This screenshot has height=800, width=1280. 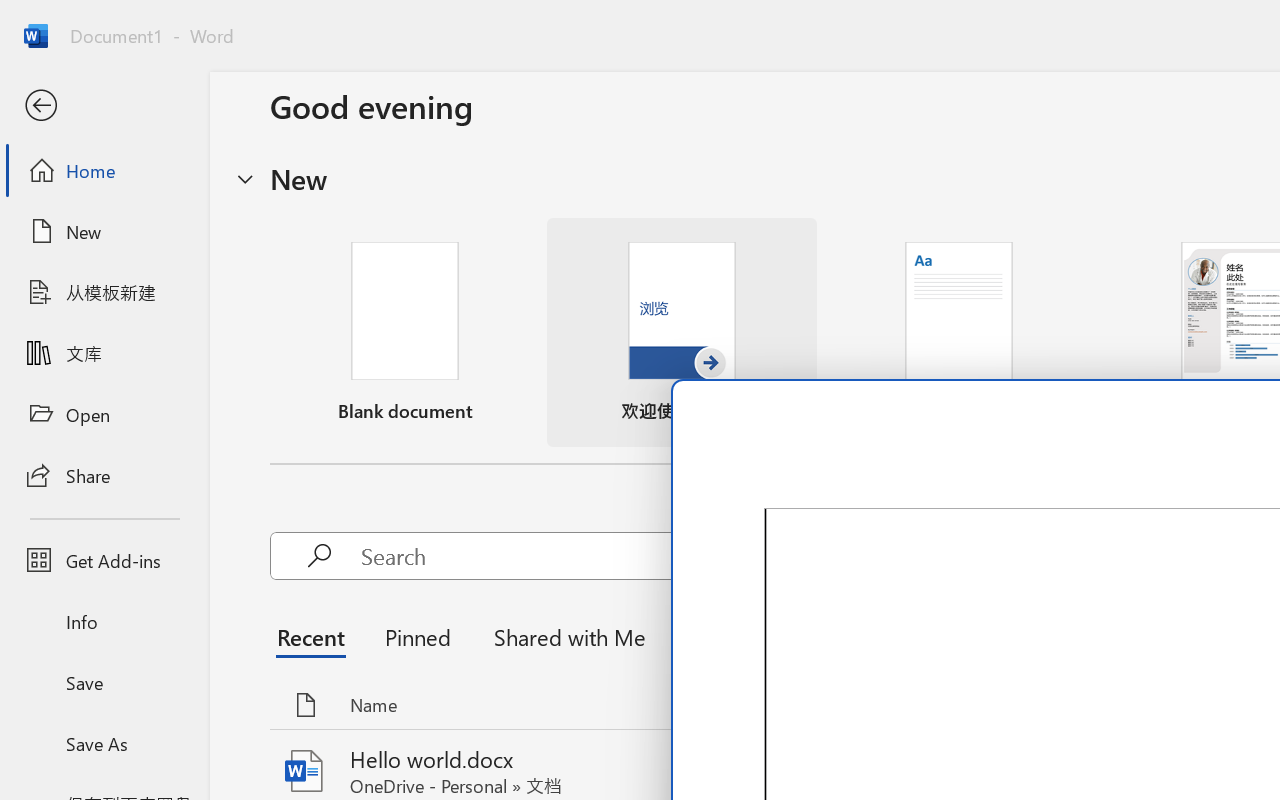 I want to click on 'Shared with Me', so click(x=562, y=635).